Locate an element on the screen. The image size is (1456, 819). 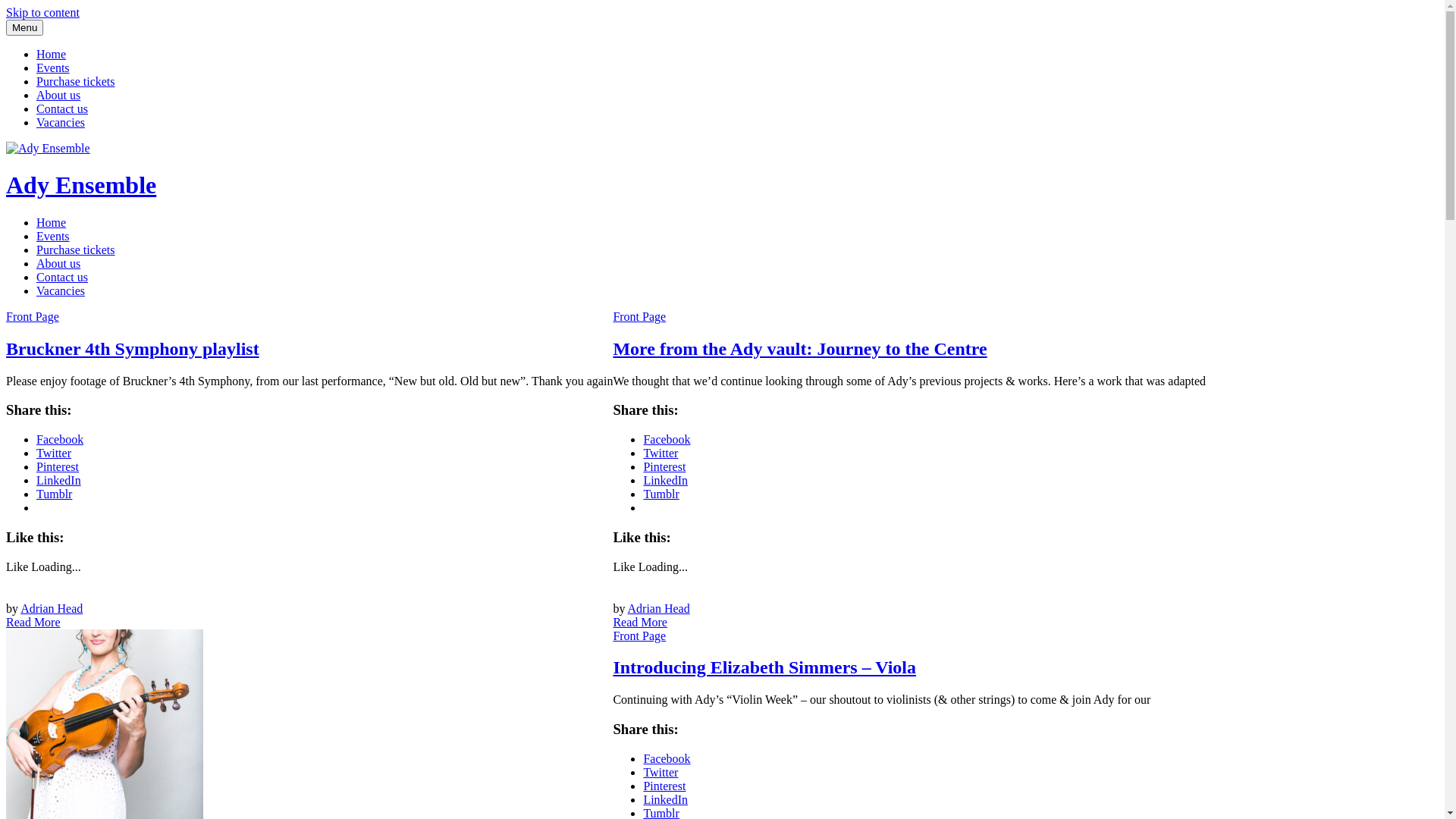
'About us' is located at coordinates (58, 262).